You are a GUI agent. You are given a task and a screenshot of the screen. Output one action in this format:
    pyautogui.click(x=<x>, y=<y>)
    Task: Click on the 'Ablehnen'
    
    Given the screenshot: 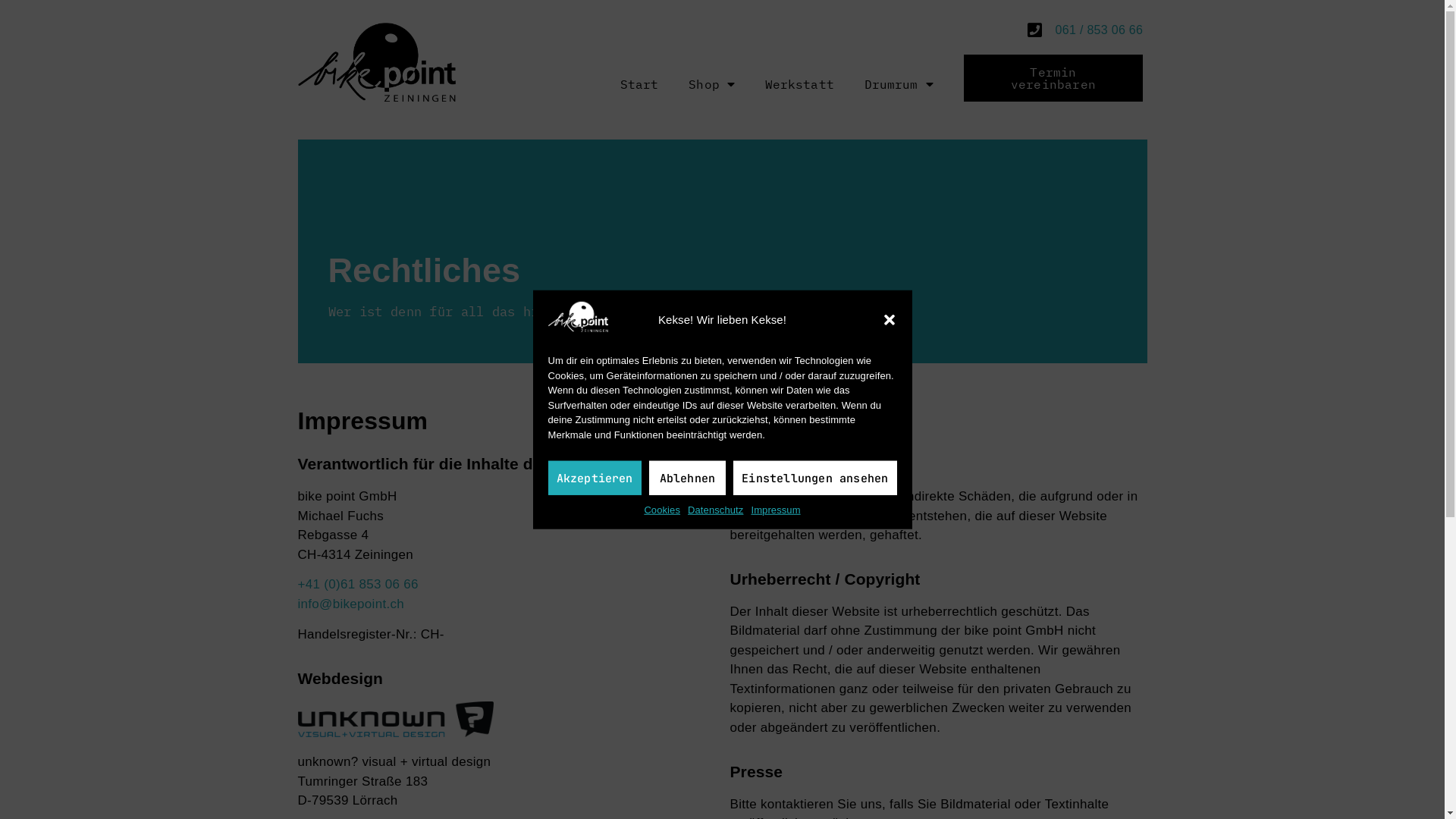 What is the action you would take?
    pyautogui.click(x=687, y=478)
    